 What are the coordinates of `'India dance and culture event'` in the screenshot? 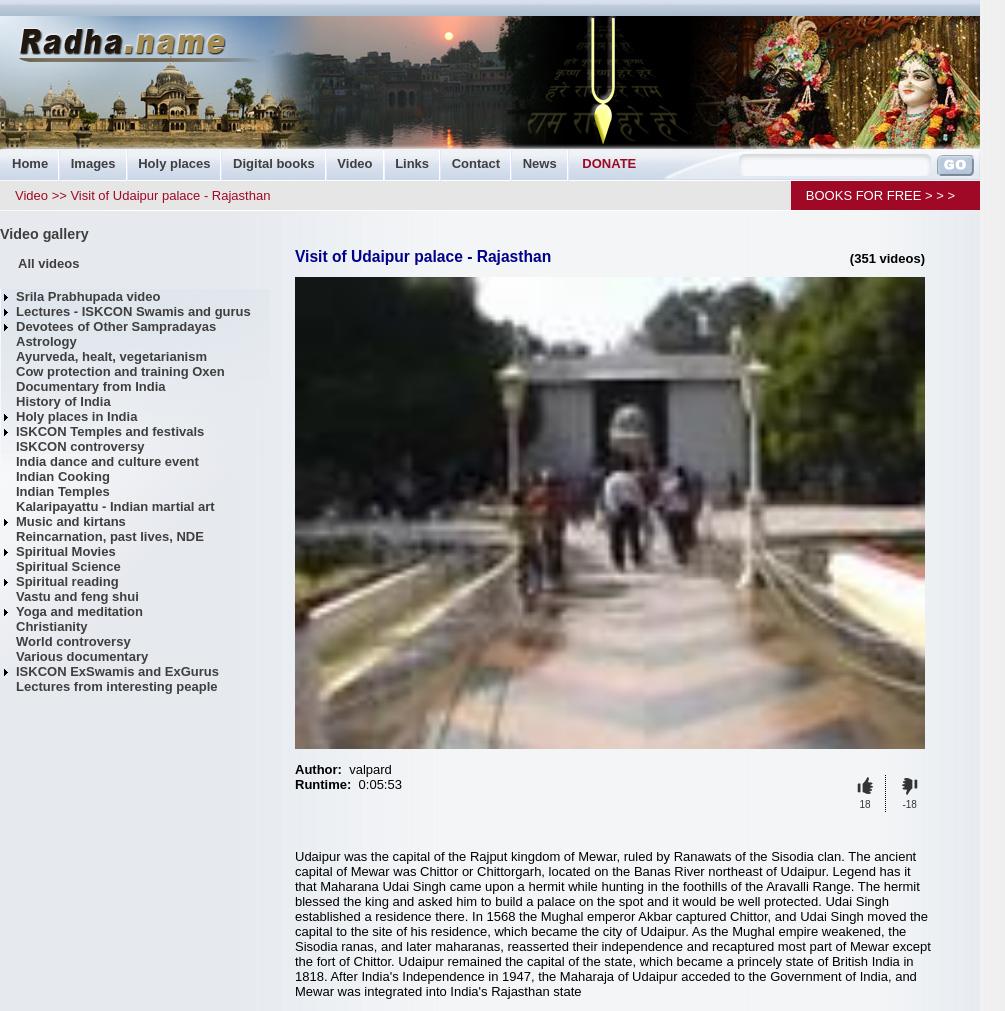 It's located at (107, 460).